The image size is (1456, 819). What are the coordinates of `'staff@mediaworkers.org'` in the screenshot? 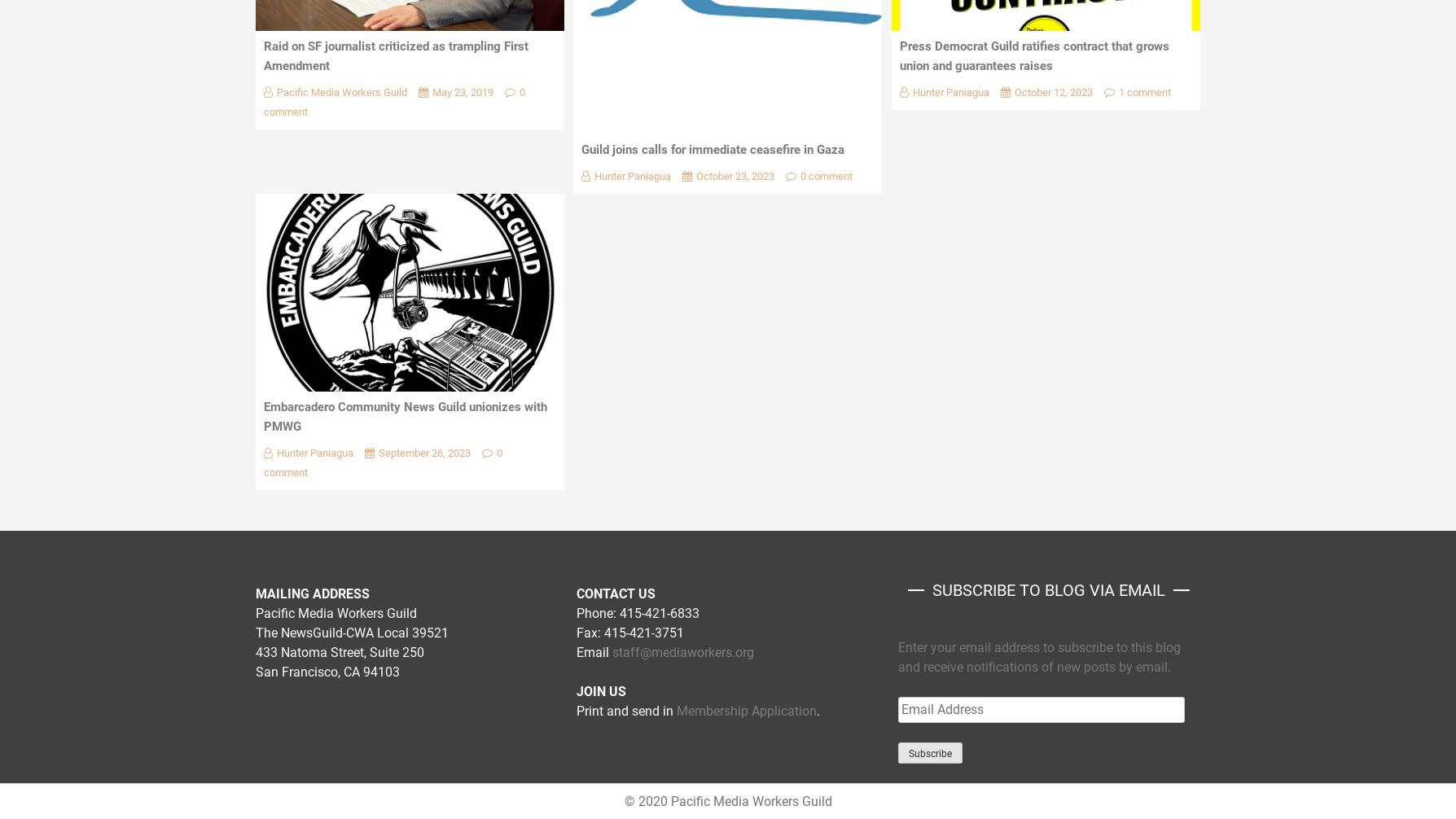 It's located at (682, 651).